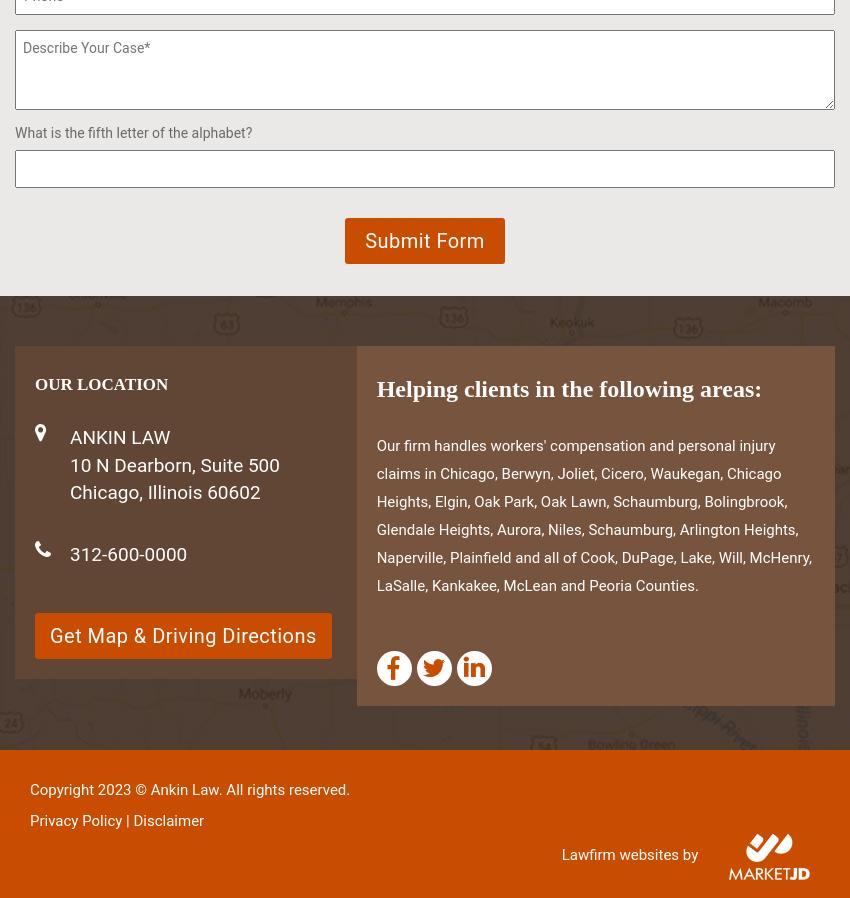 The height and width of the screenshot is (898, 850). Describe the element at coordinates (119, 437) in the screenshot. I see `'ankin law'` at that location.